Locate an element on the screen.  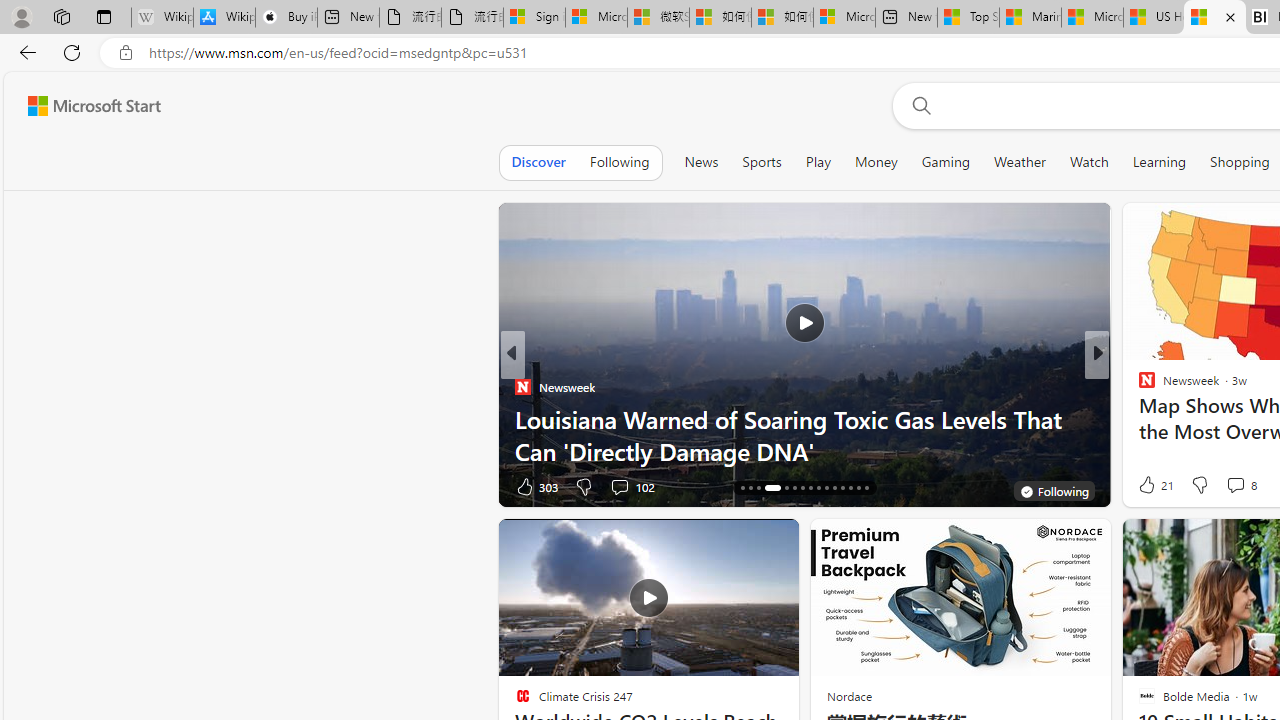
'AutomationID: tab-24' is located at coordinates (818, 488).